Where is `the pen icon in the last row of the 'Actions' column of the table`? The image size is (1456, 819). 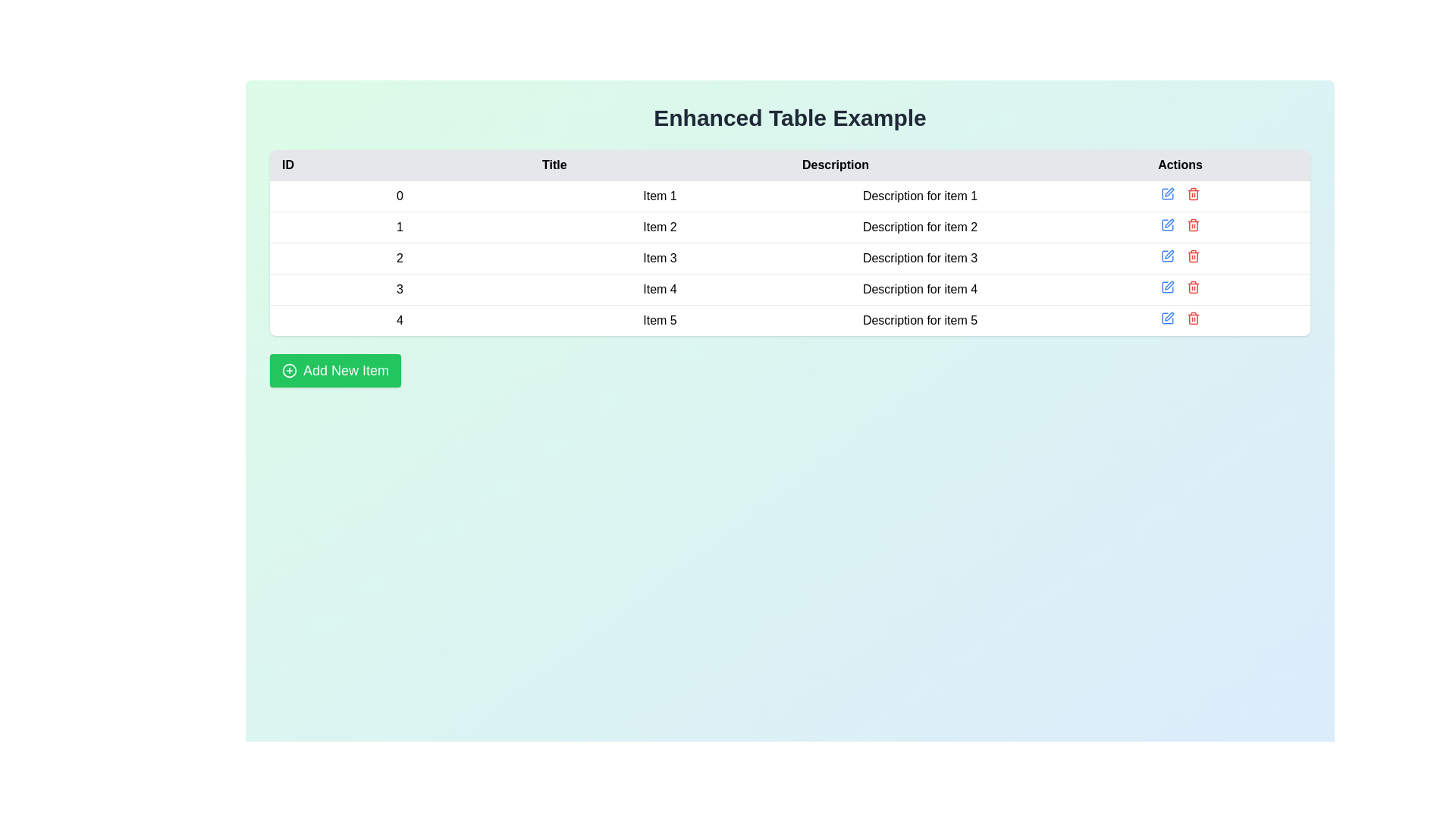
the pen icon in the last row of the 'Actions' column of the table is located at coordinates (1168, 315).